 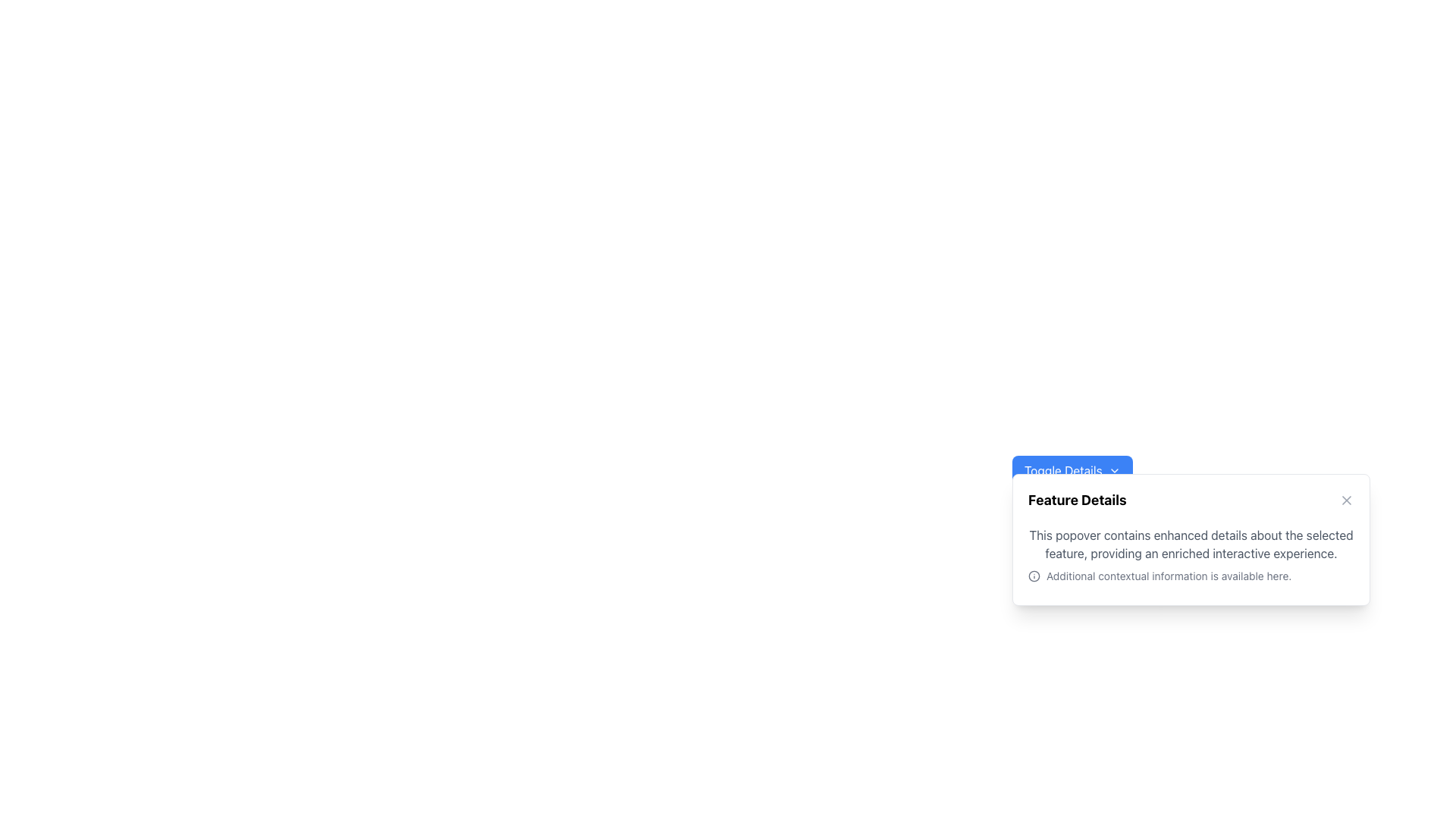 I want to click on the 'X' close icon located in the top-right corner of the 'Feature Details' popover, so click(x=1347, y=500).